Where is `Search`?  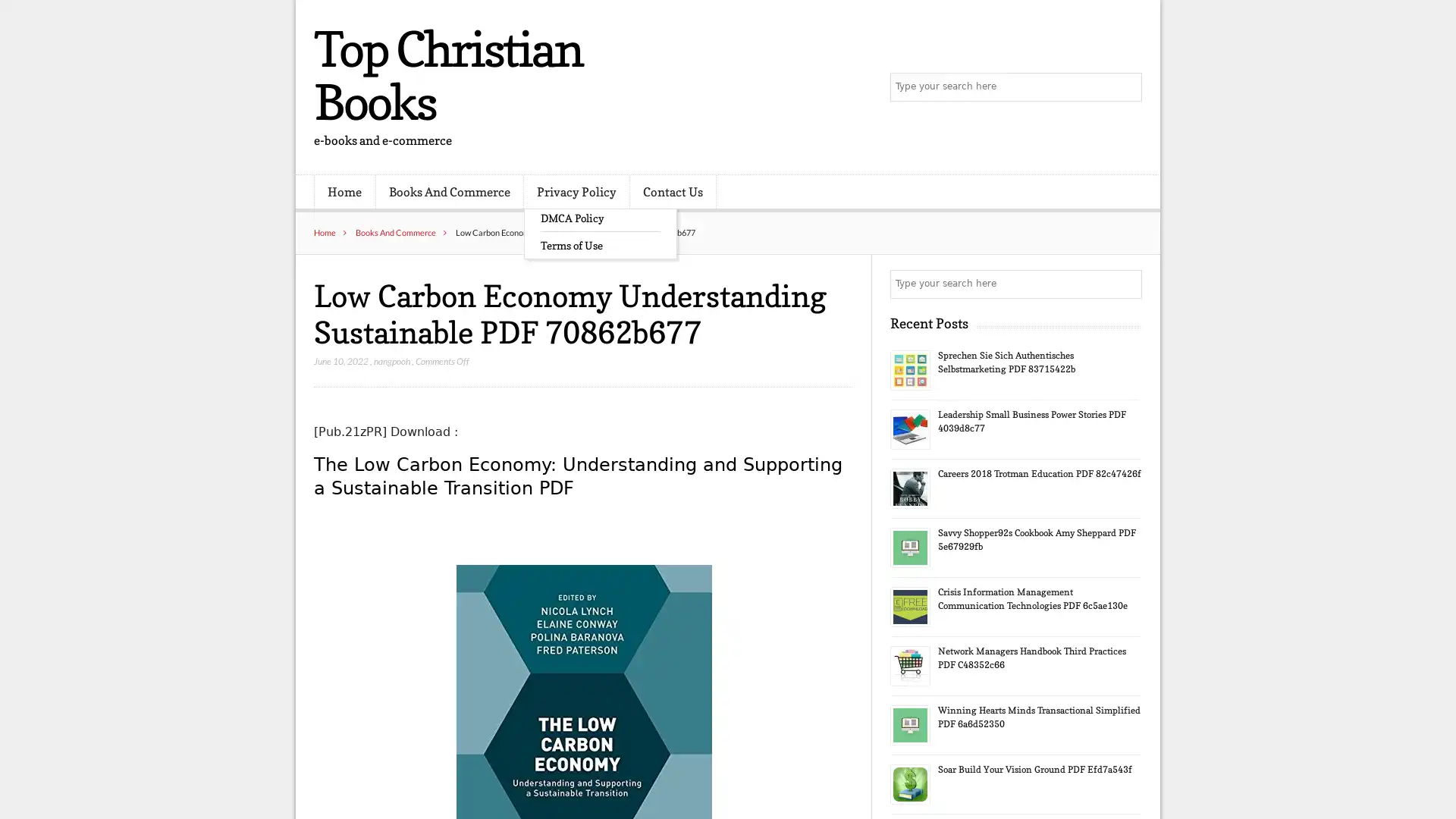 Search is located at coordinates (1126, 284).